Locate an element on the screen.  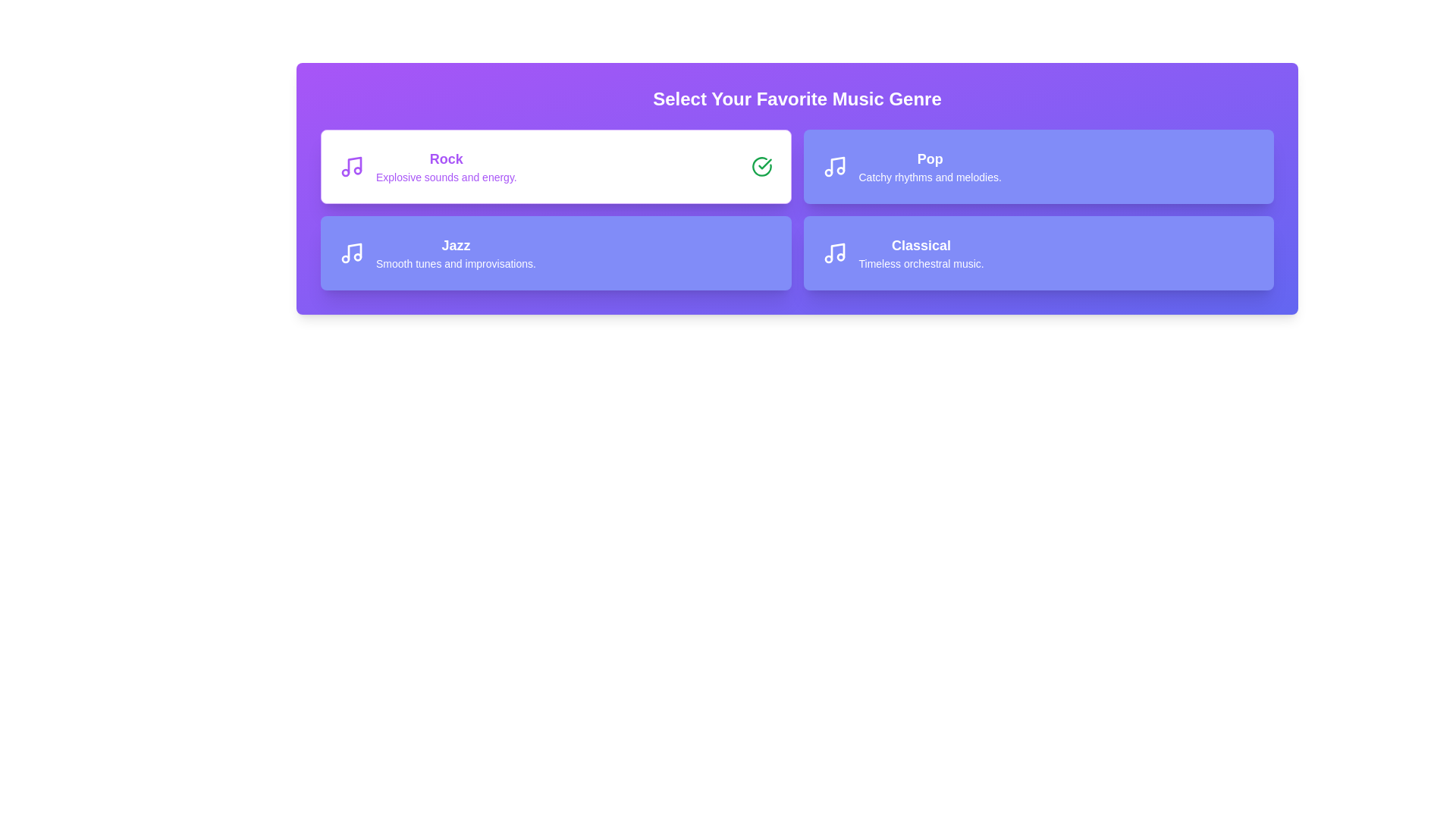
the 'Rock' genre icon located on the left side of the card in the top-left quadrant of the card grid is located at coordinates (351, 166).